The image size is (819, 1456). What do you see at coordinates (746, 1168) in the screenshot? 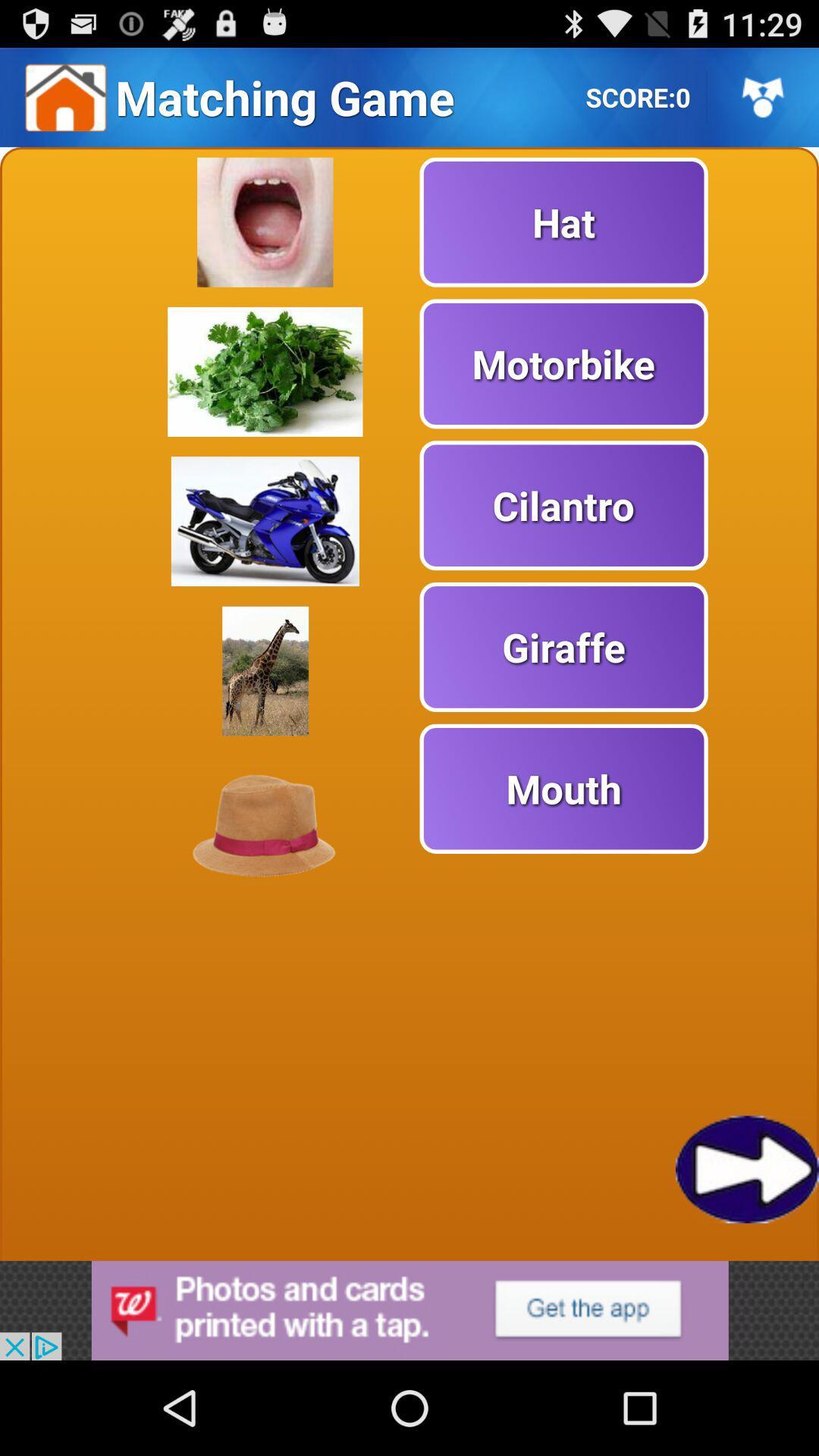
I see `next page` at bounding box center [746, 1168].